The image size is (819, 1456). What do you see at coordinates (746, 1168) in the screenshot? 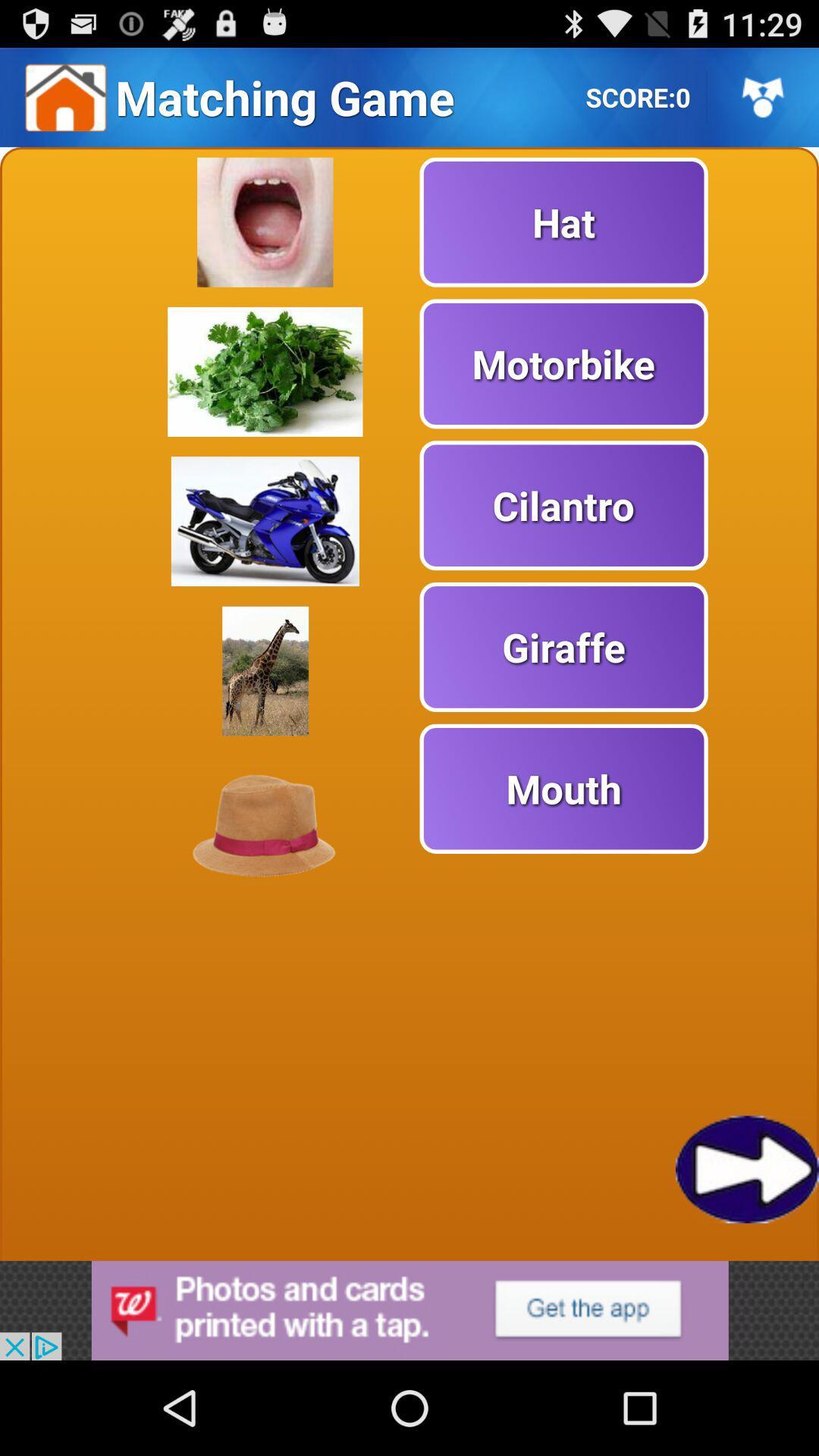
I see `next page` at bounding box center [746, 1168].